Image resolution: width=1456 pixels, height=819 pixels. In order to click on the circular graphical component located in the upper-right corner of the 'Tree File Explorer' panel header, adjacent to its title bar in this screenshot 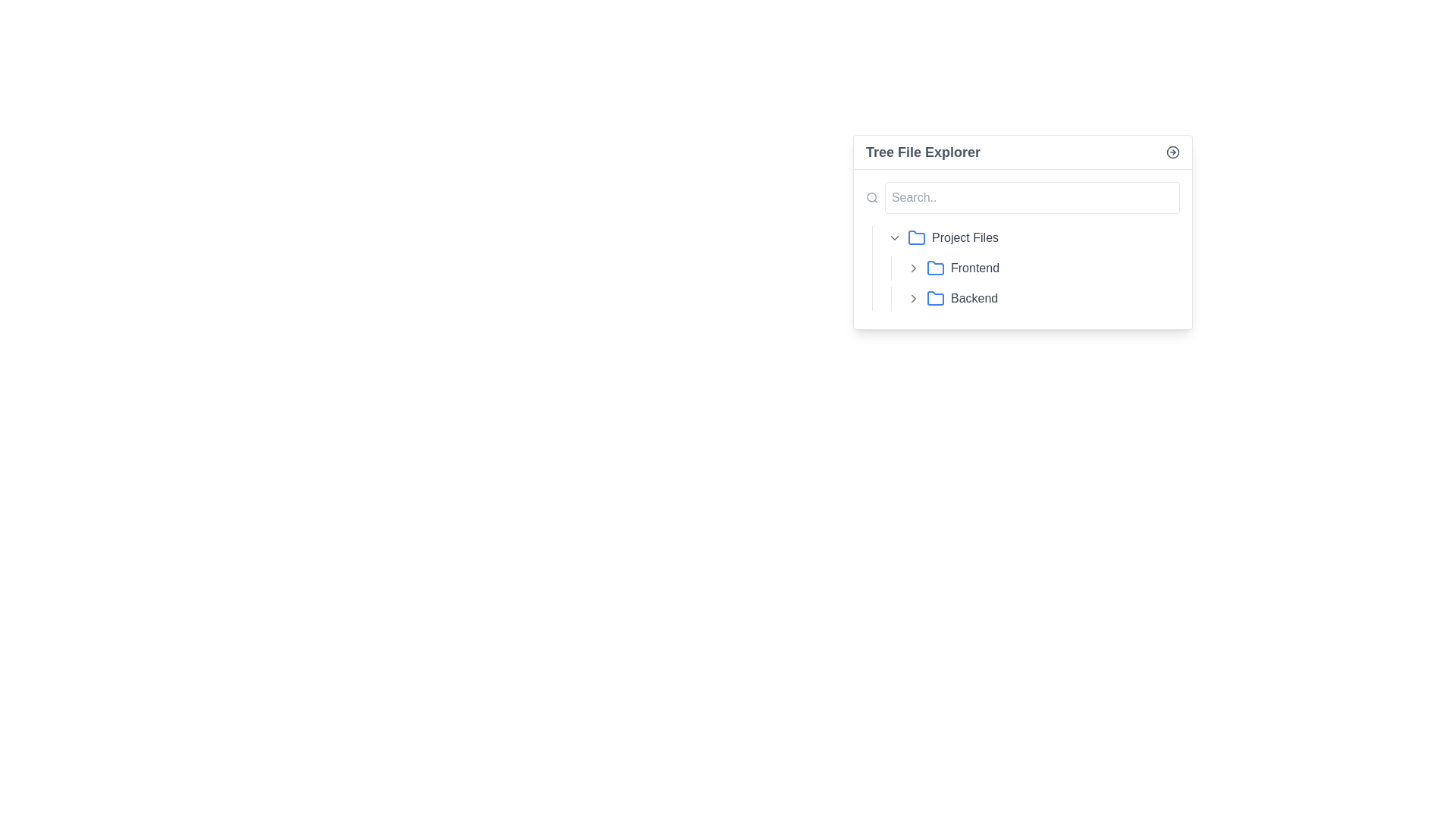, I will do `click(1172, 152)`.